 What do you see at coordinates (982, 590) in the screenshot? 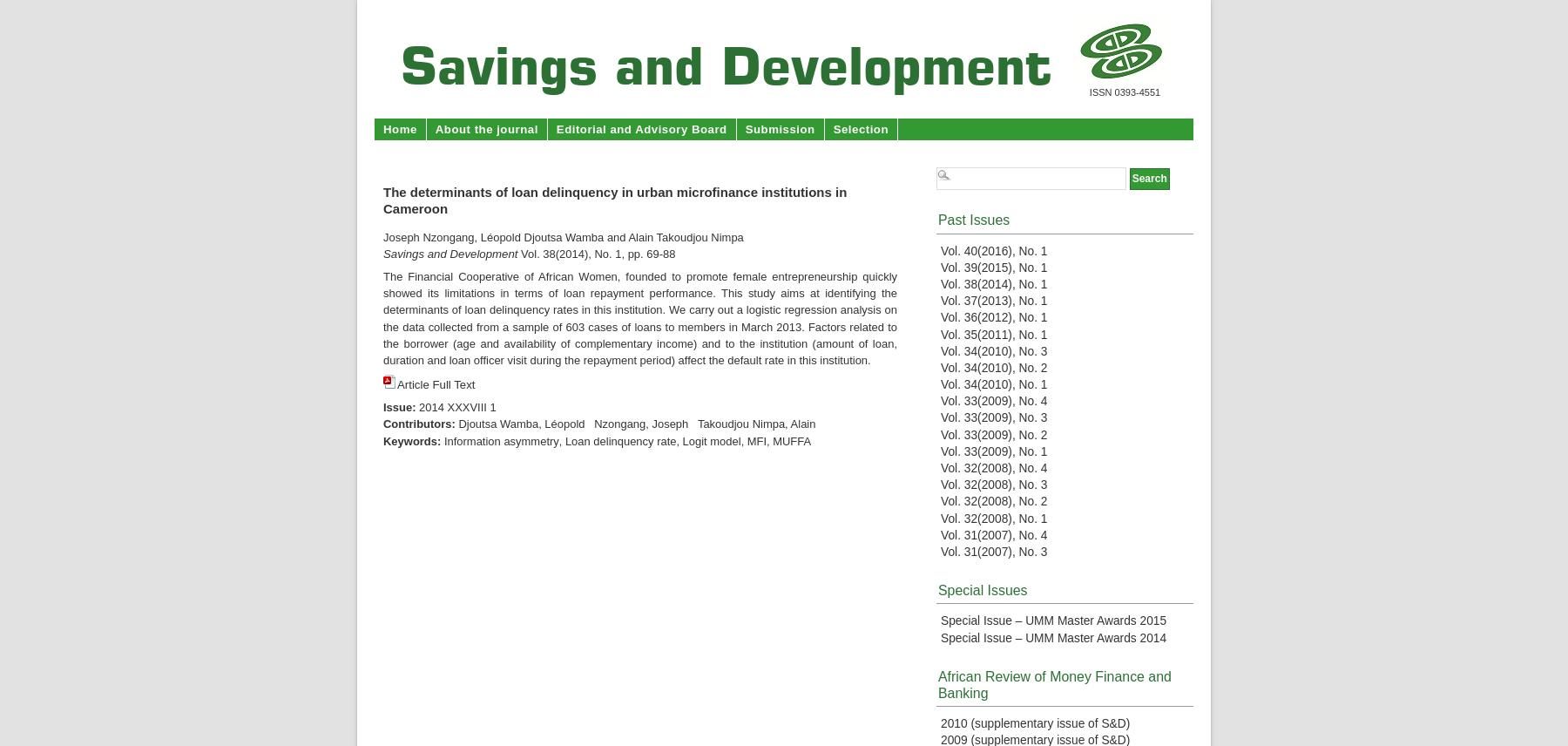
I see `'Special Issues'` at bounding box center [982, 590].